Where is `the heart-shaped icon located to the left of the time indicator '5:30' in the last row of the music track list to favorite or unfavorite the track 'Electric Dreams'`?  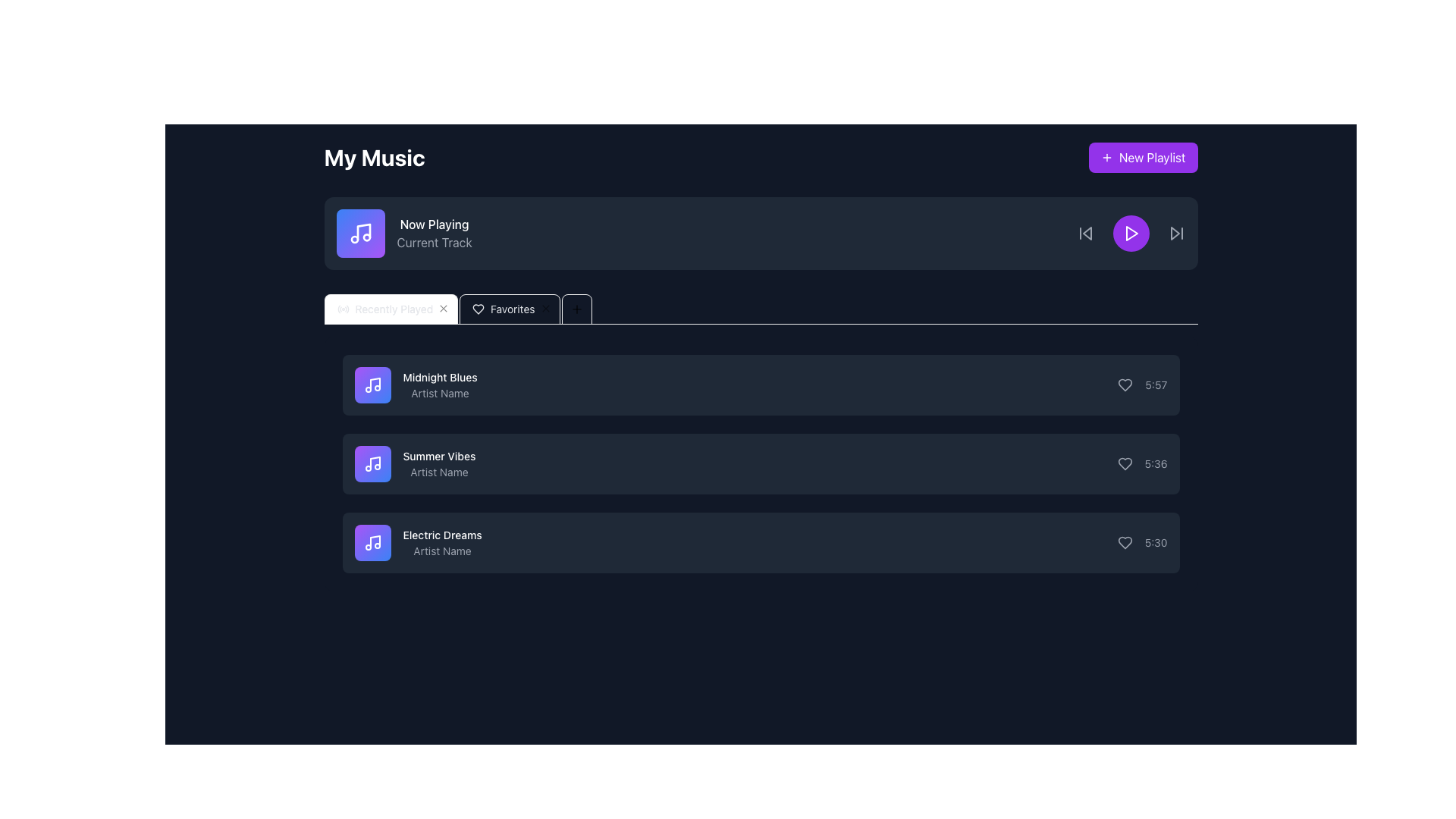
the heart-shaped icon located to the left of the time indicator '5:30' in the last row of the music track list to favorite or unfavorite the track 'Electric Dreams' is located at coordinates (1125, 542).